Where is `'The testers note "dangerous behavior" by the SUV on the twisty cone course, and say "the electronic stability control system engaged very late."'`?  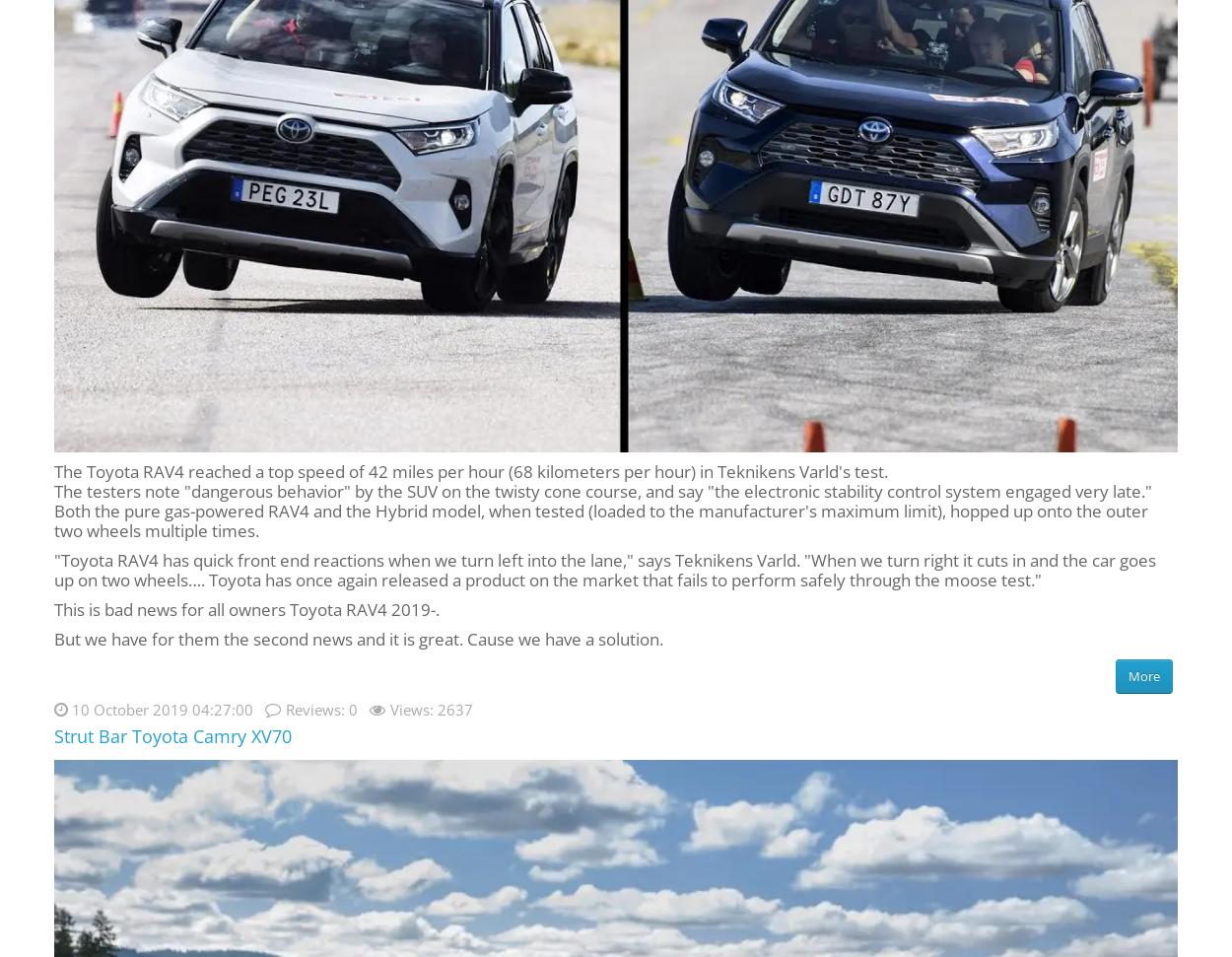
'The testers note "dangerous behavior" by the SUV on the twisty cone course, and say "the electronic stability control system engaged very late."' is located at coordinates (602, 489).